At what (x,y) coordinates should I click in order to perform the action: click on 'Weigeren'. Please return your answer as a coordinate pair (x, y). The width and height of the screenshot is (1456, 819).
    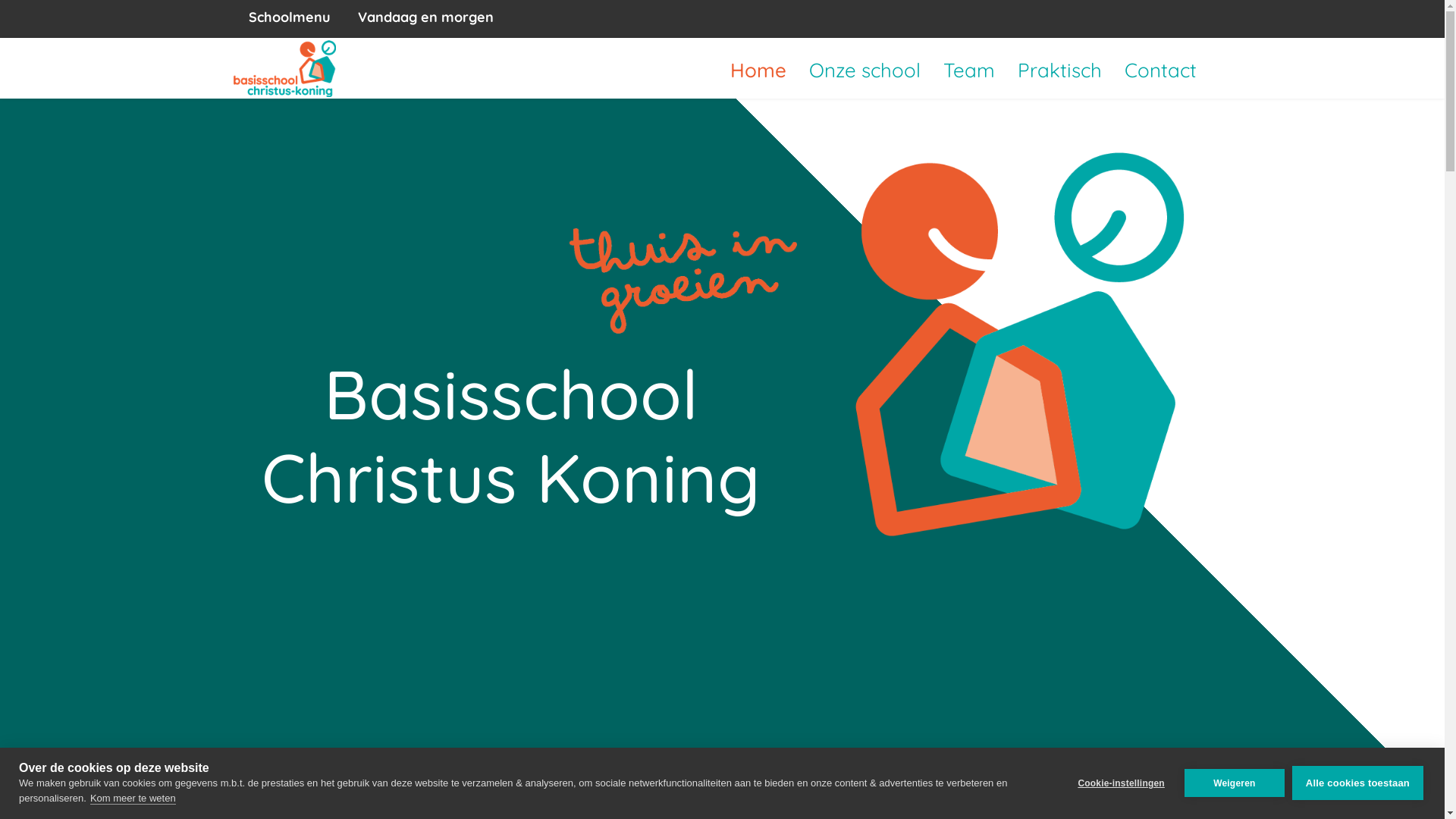
    Looking at the image, I should click on (1234, 783).